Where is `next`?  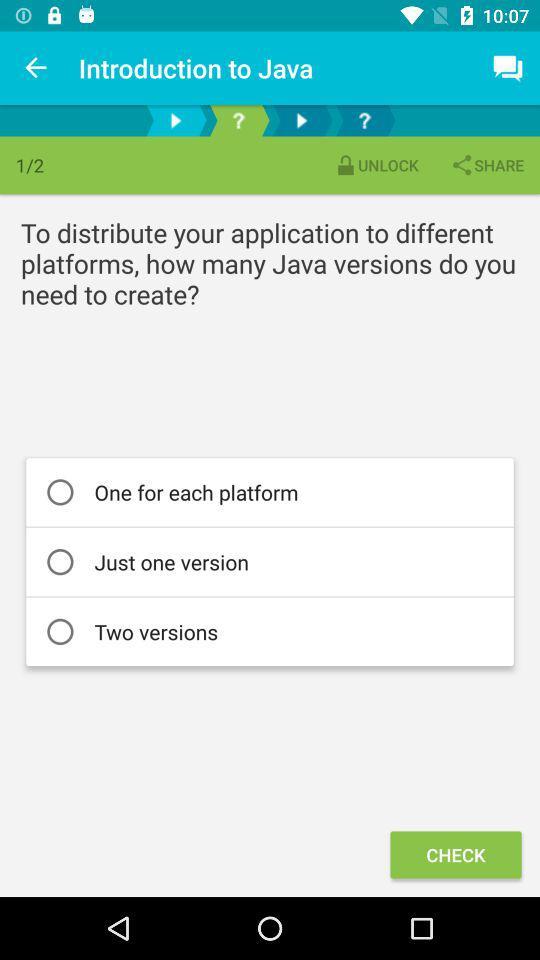
next is located at coordinates (300, 120).